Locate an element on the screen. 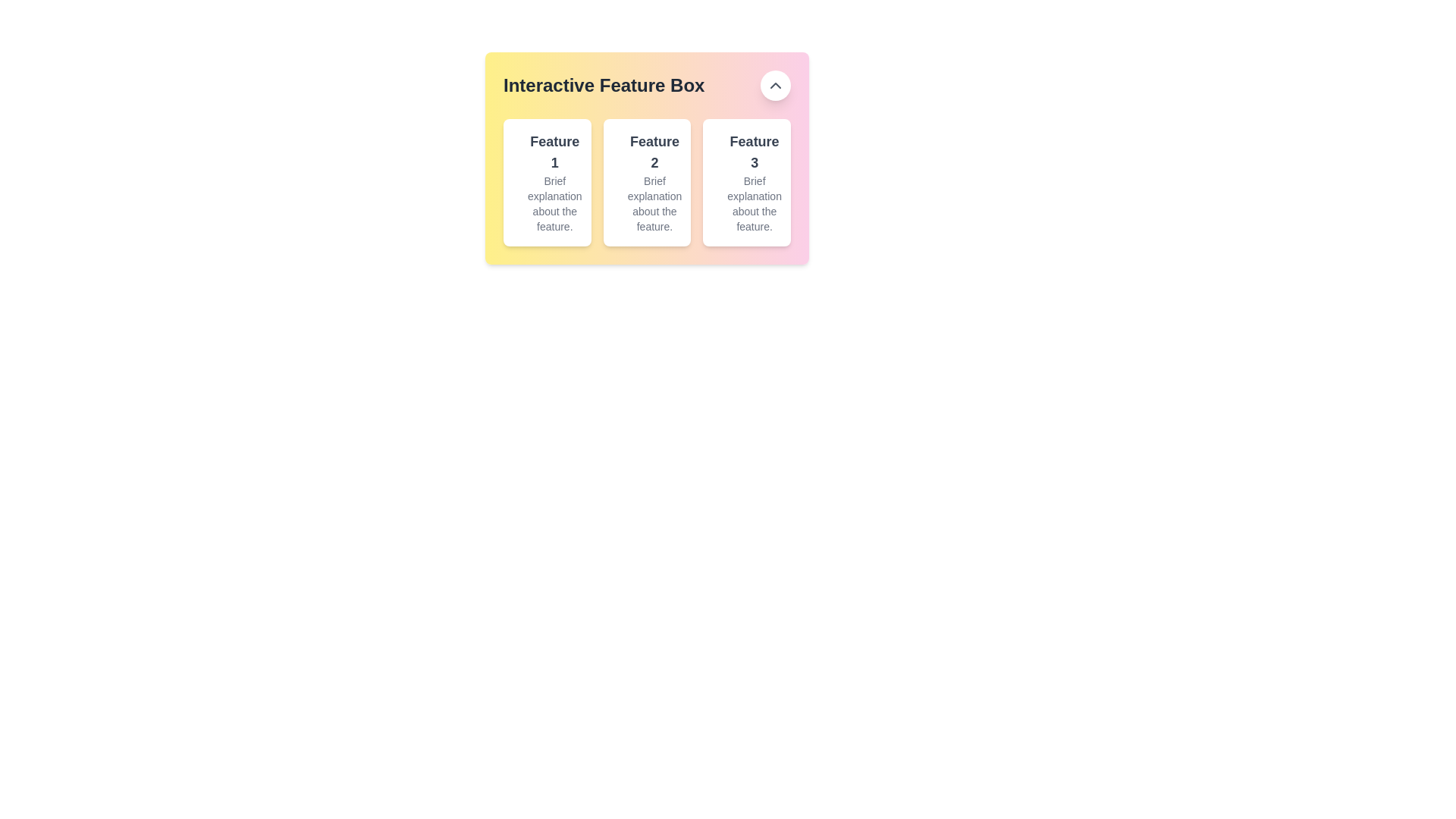 This screenshot has width=1456, height=819. the decorative circle element located within the first feature card under the title 'Interactive Feature Box' is located at coordinates (524, 175).